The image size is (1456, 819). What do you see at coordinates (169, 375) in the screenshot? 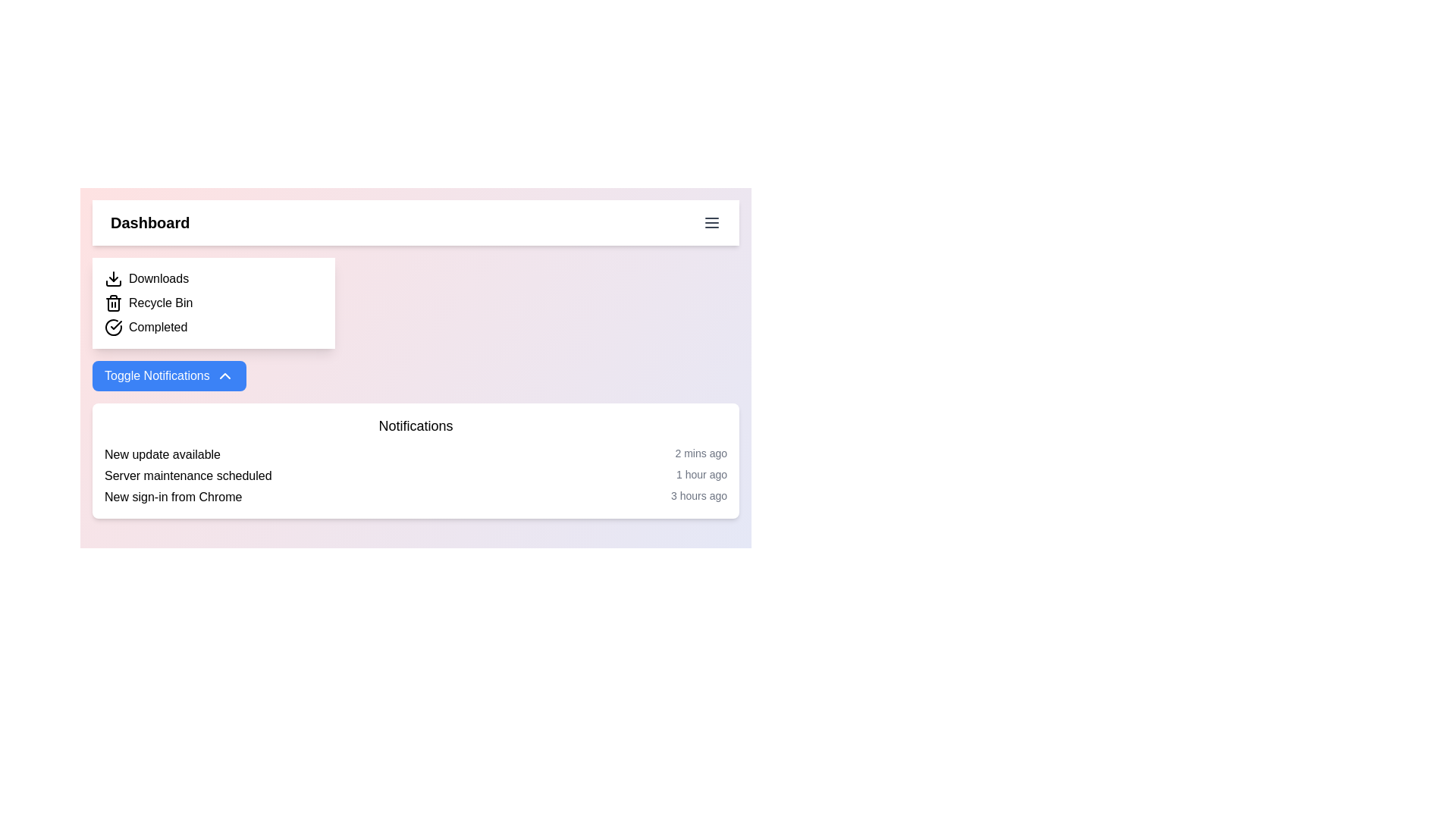
I see `the toggle button located below the menu items such as 'Downloads' and 'Recycle Bin'` at bounding box center [169, 375].